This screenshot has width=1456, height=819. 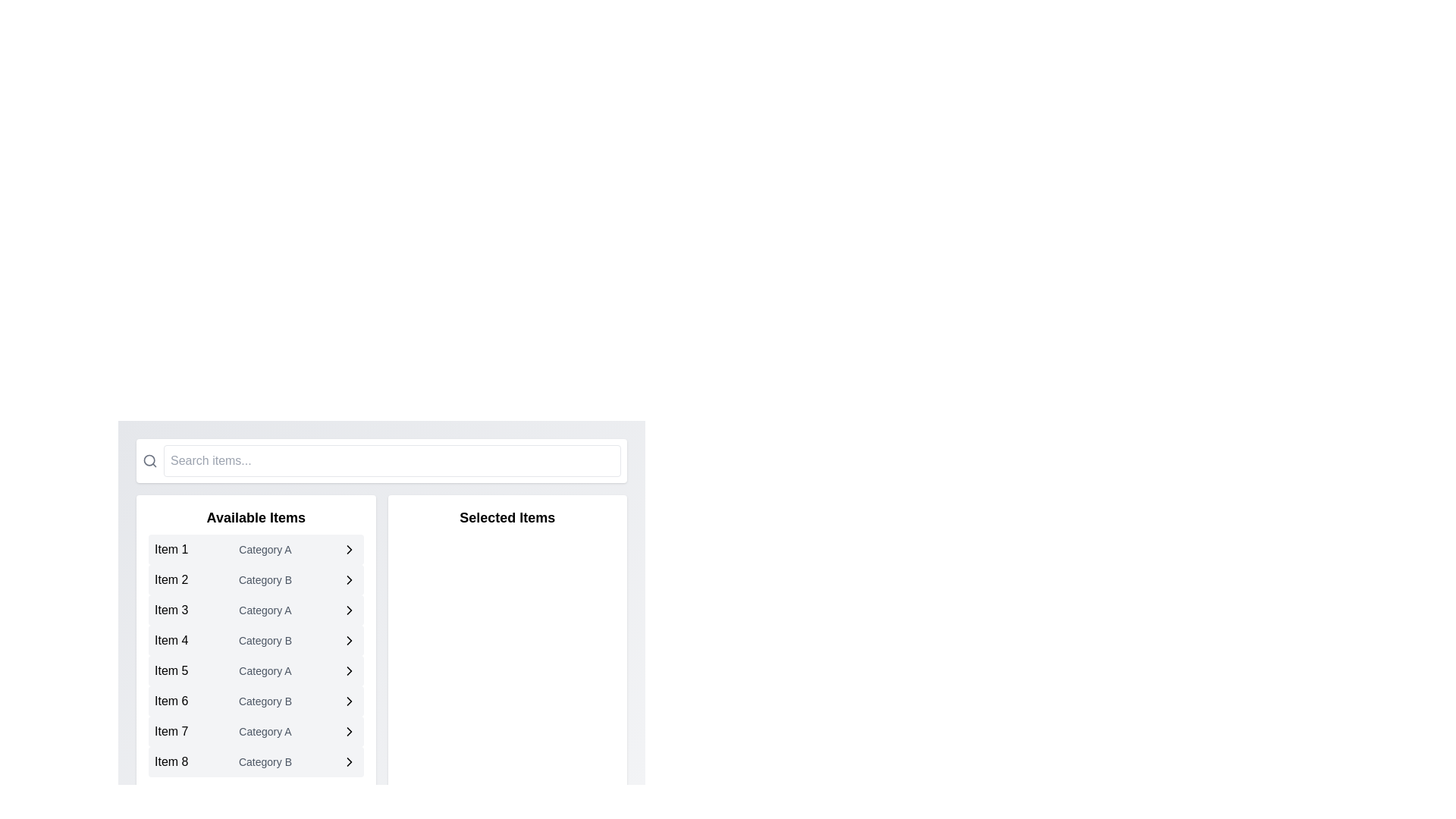 What do you see at coordinates (349, 640) in the screenshot?
I see `the right-facing arrow icon on the light gray background, located at the end of the row for 'Item 4' in 'Category B' of the 'Available Items' list panel` at bounding box center [349, 640].